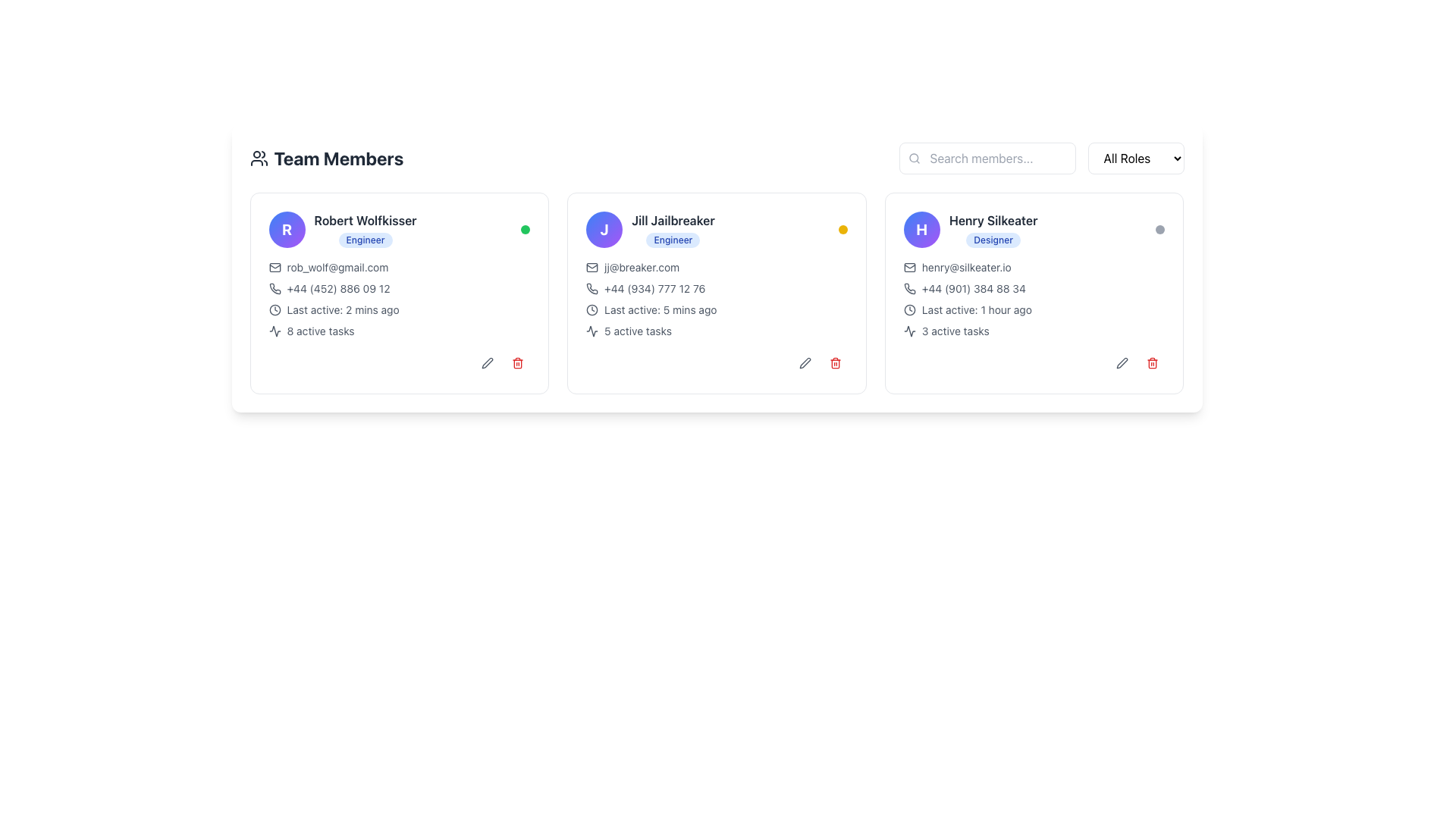 The width and height of the screenshot is (1456, 819). What do you see at coordinates (971, 230) in the screenshot?
I see `the profile information element of 'Henry Silkeater', which includes the avatar and descriptive text` at bounding box center [971, 230].